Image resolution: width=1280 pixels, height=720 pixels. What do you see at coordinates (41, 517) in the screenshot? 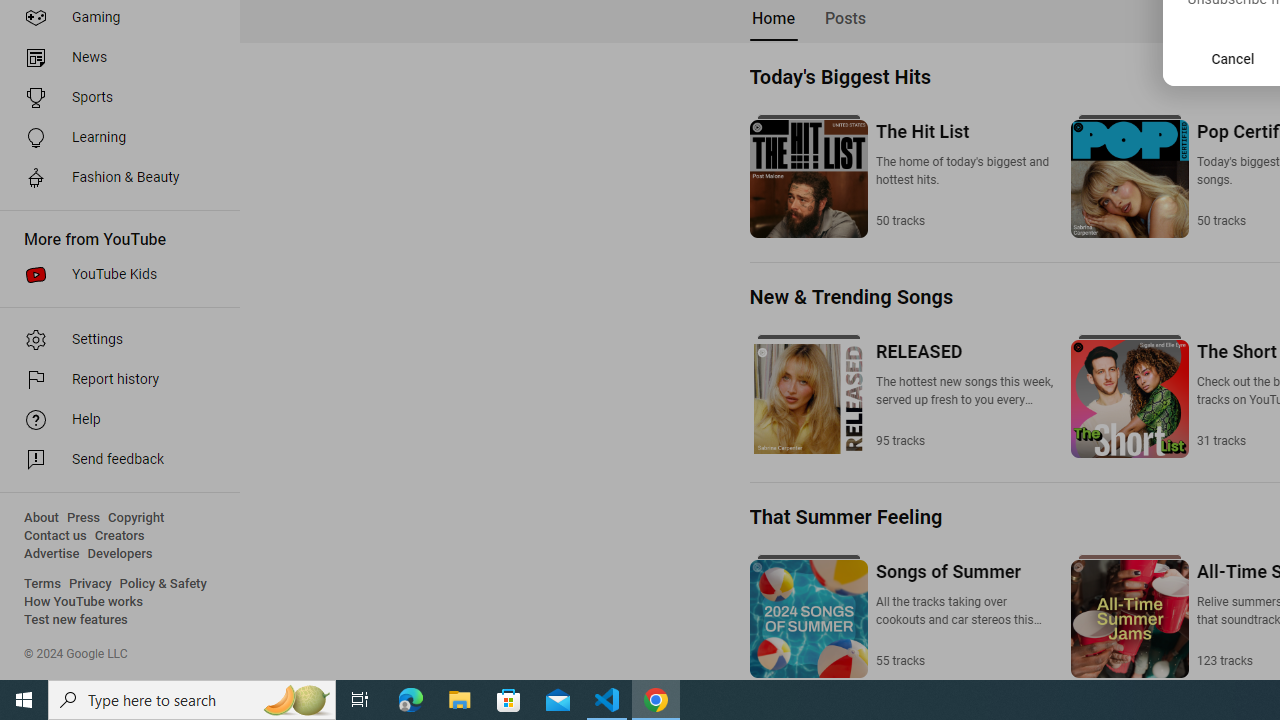
I see `'About'` at bounding box center [41, 517].